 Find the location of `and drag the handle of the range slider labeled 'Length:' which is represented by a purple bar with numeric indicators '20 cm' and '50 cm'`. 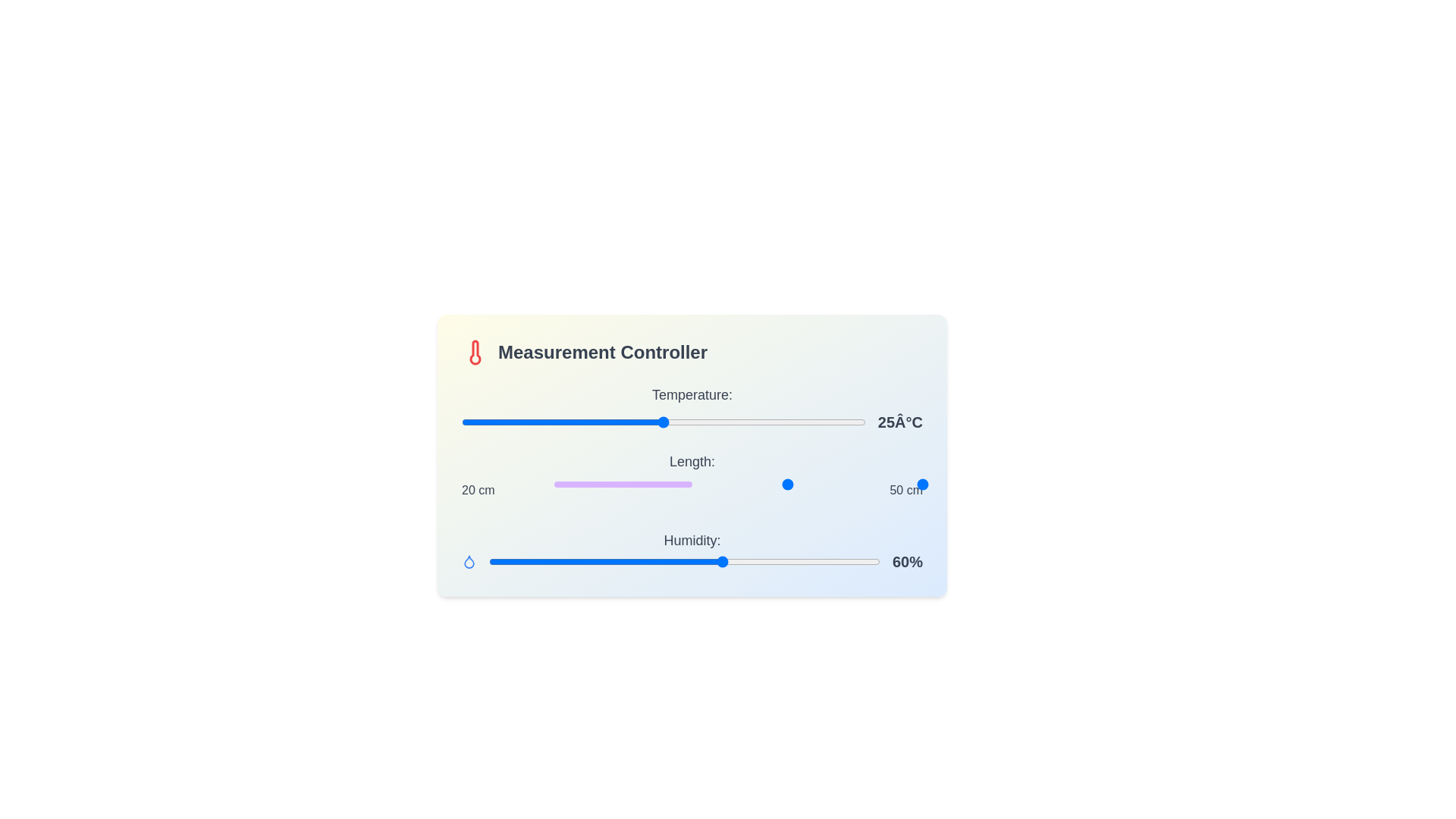

and drag the handle of the range slider labeled 'Length:' which is represented by a purple bar with numeric indicators '20 cm' and '50 cm' is located at coordinates (691, 482).